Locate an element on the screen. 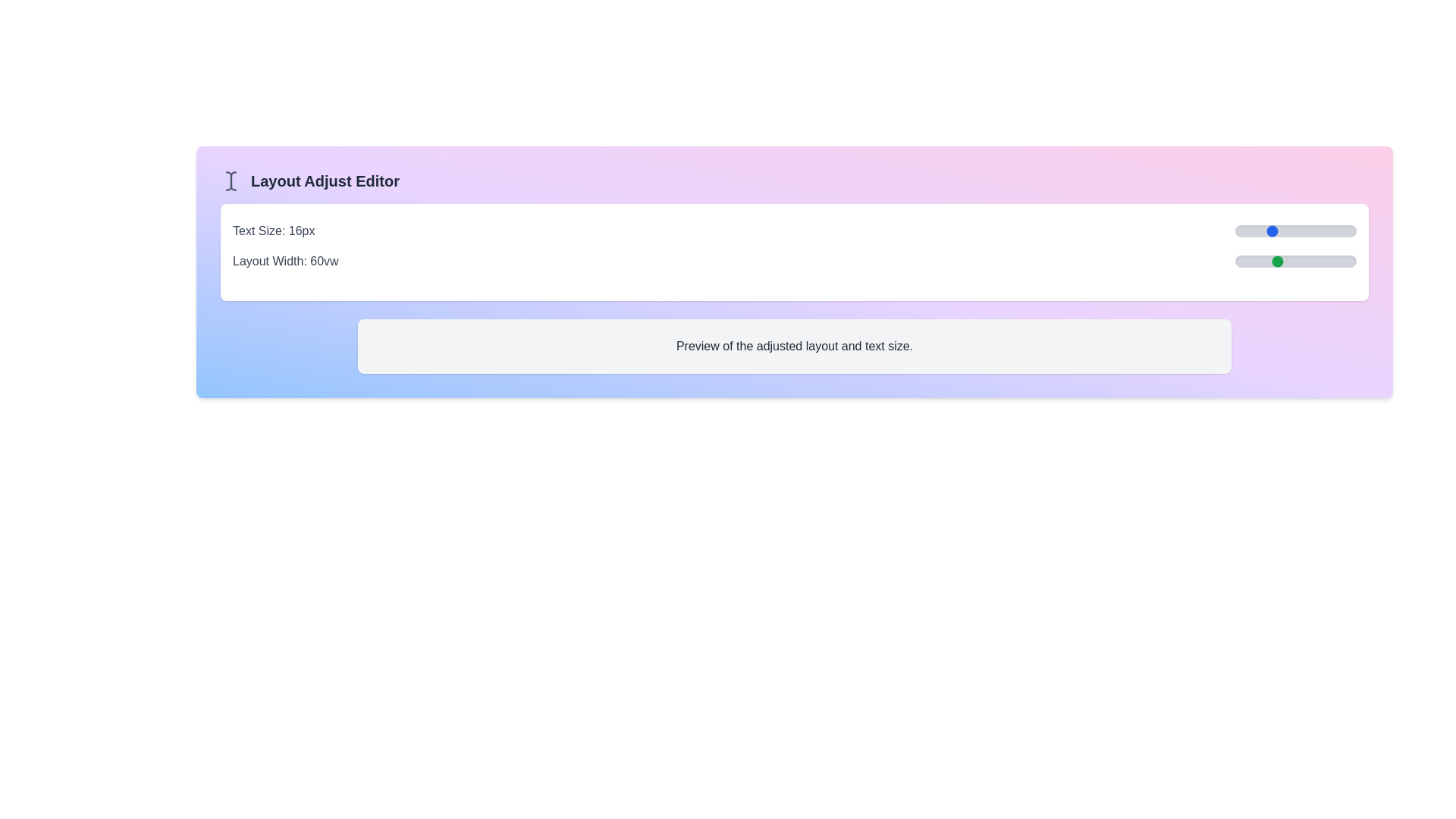  the text size is located at coordinates (1352, 231).